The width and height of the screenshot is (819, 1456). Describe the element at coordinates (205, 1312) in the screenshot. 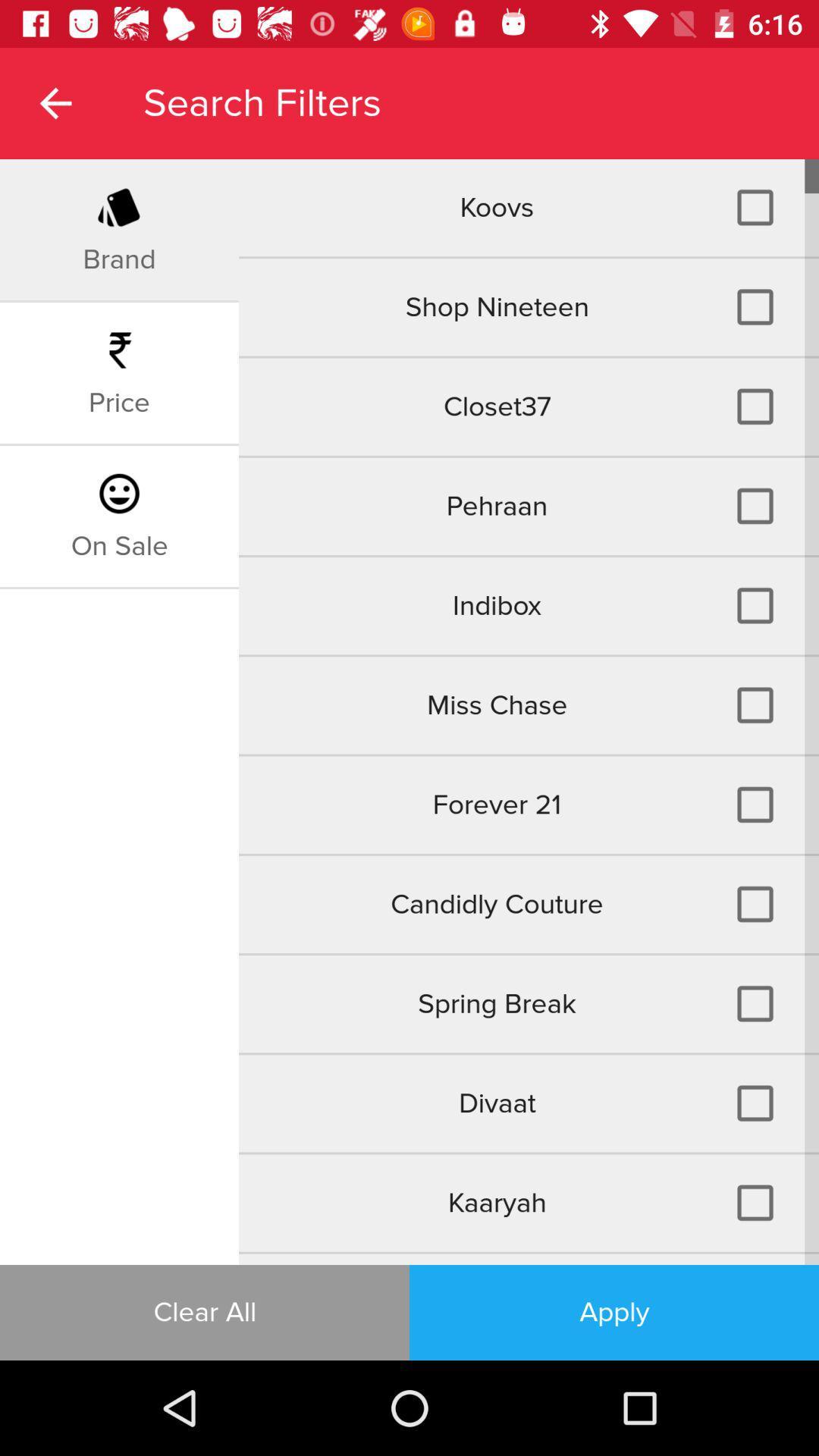

I see `the clear all item` at that location.